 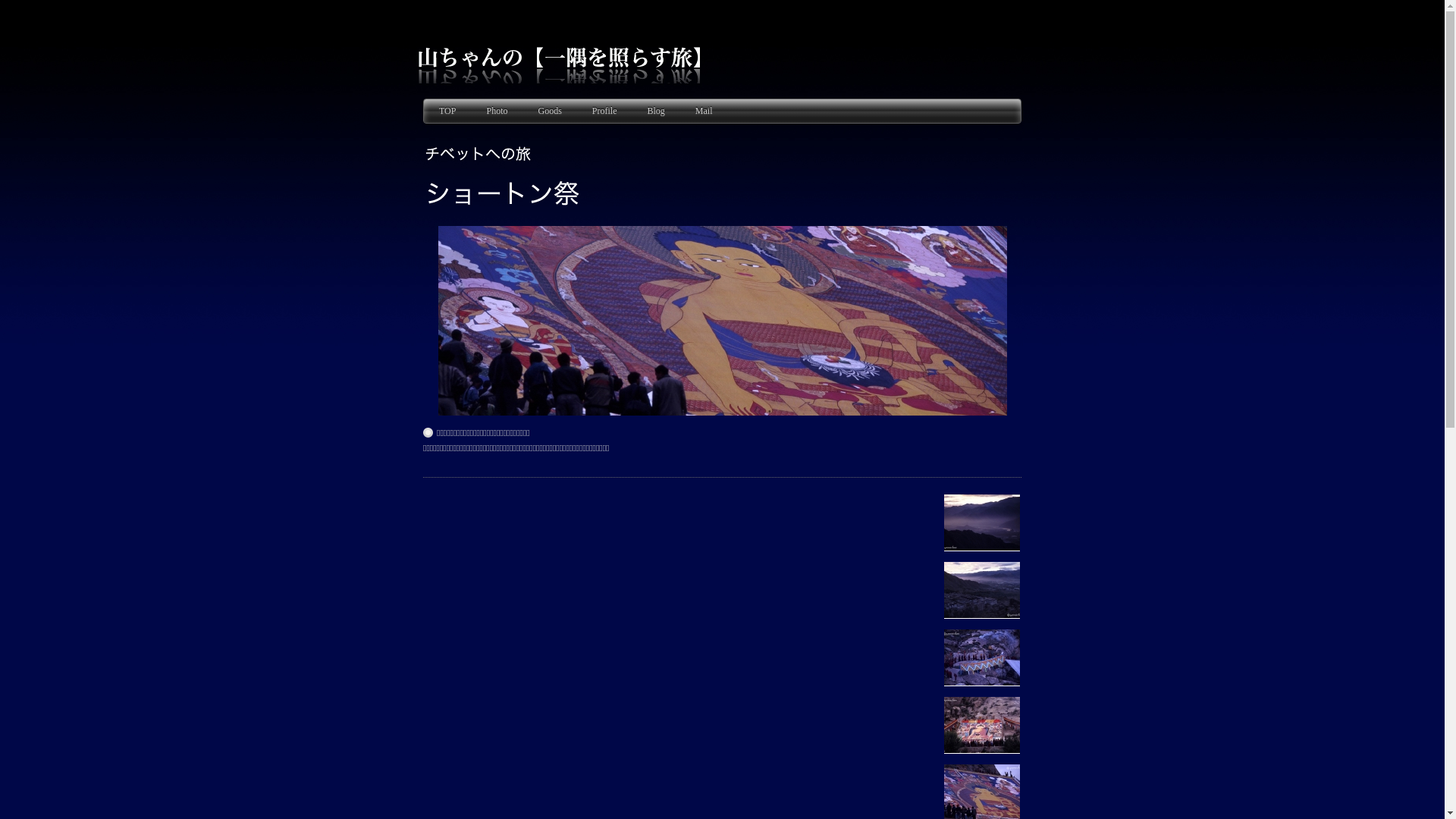 What do you see at coordinates (703, 110) in the screenshot?
I see `'Mail'` at bounding box center [703, 110].